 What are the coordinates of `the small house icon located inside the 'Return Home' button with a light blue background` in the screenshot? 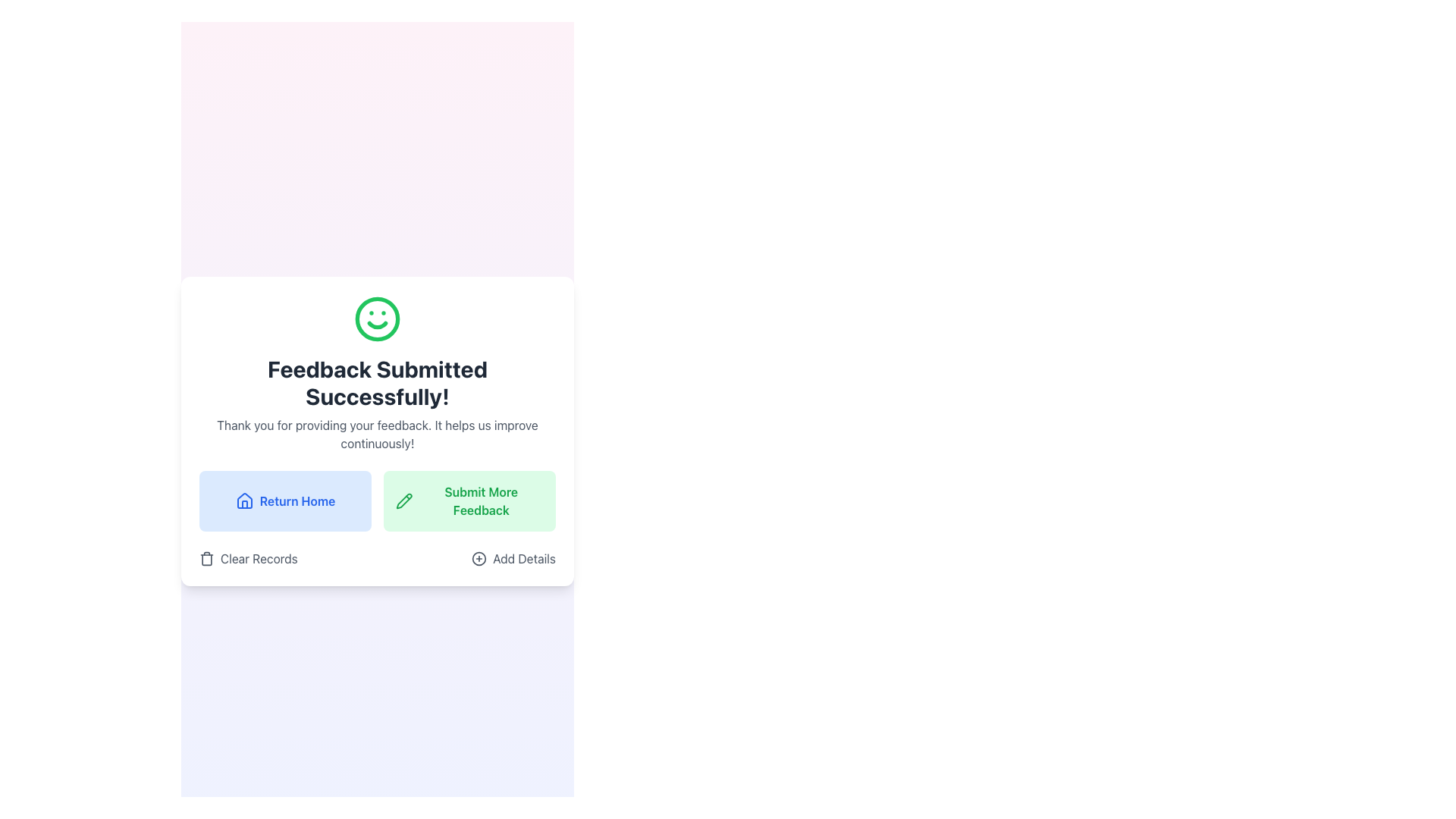 It's located at (244, 500).